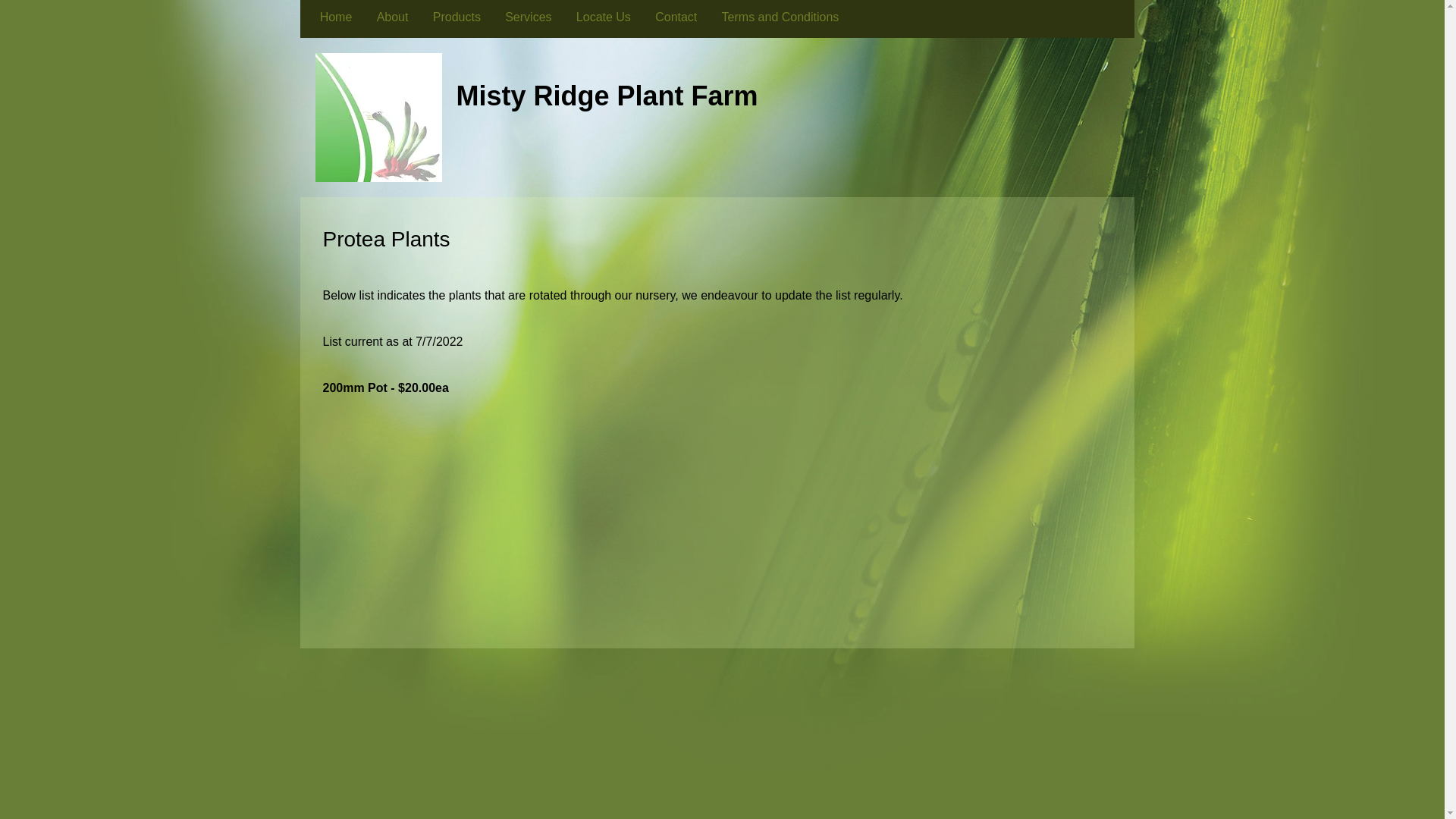 The image size is (1456, 819). Describe the element at coordinates (723, 534) in the screenshot. I see `'Embedded Content'` at that location.